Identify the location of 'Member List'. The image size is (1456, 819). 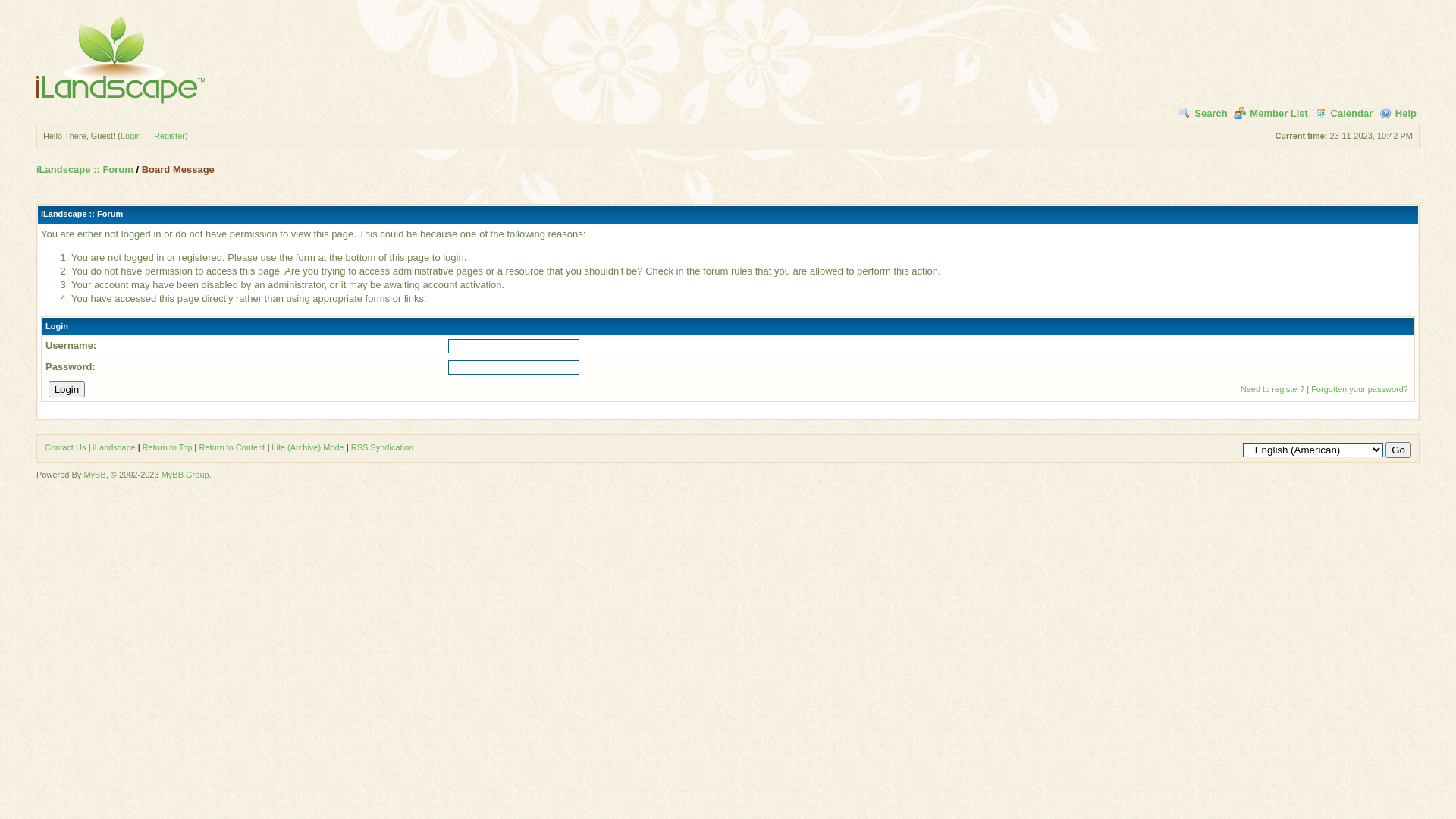
(1234, 112).